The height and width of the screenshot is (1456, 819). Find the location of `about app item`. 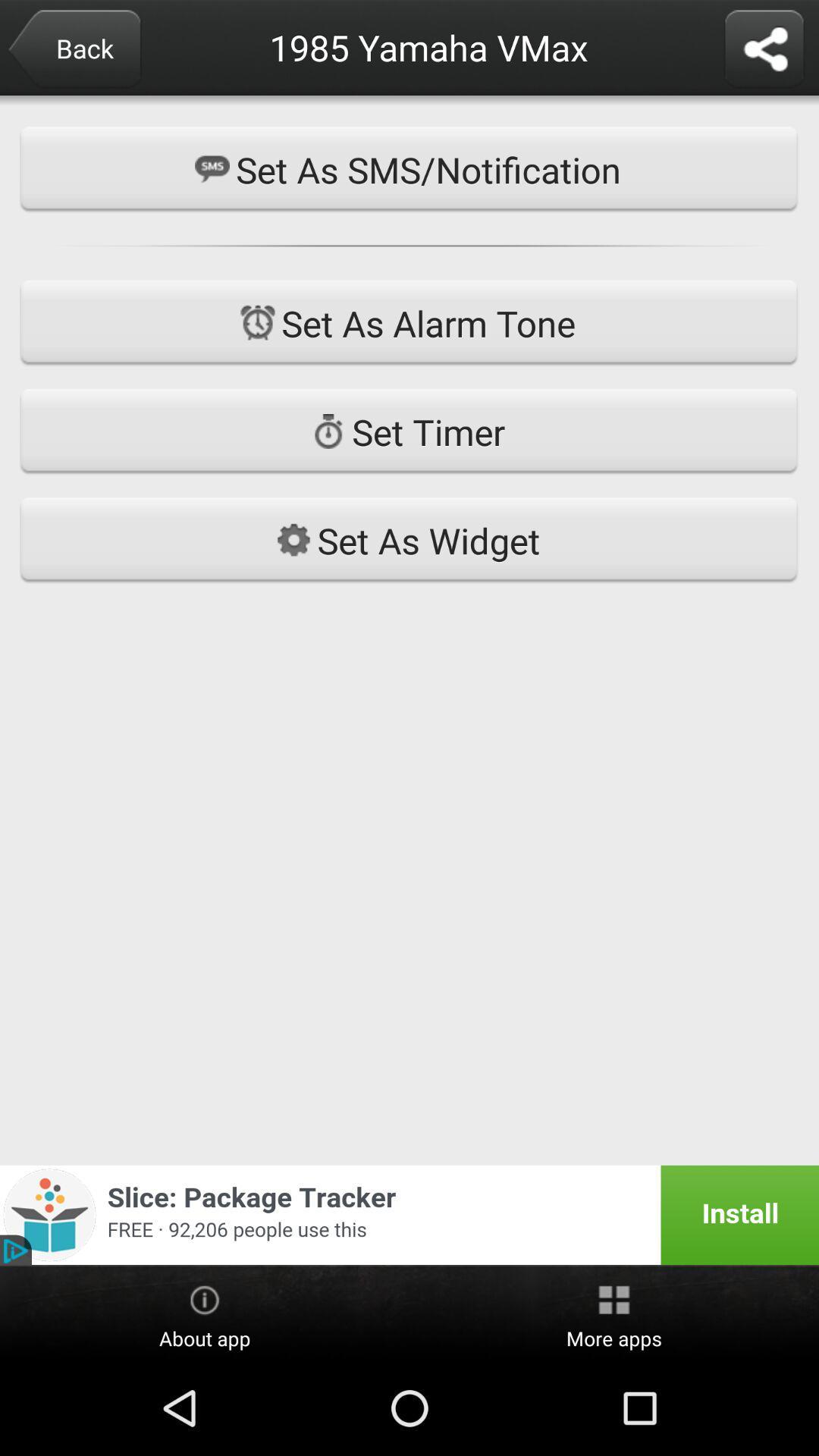

about app item is located at coordinates (205, 1313).